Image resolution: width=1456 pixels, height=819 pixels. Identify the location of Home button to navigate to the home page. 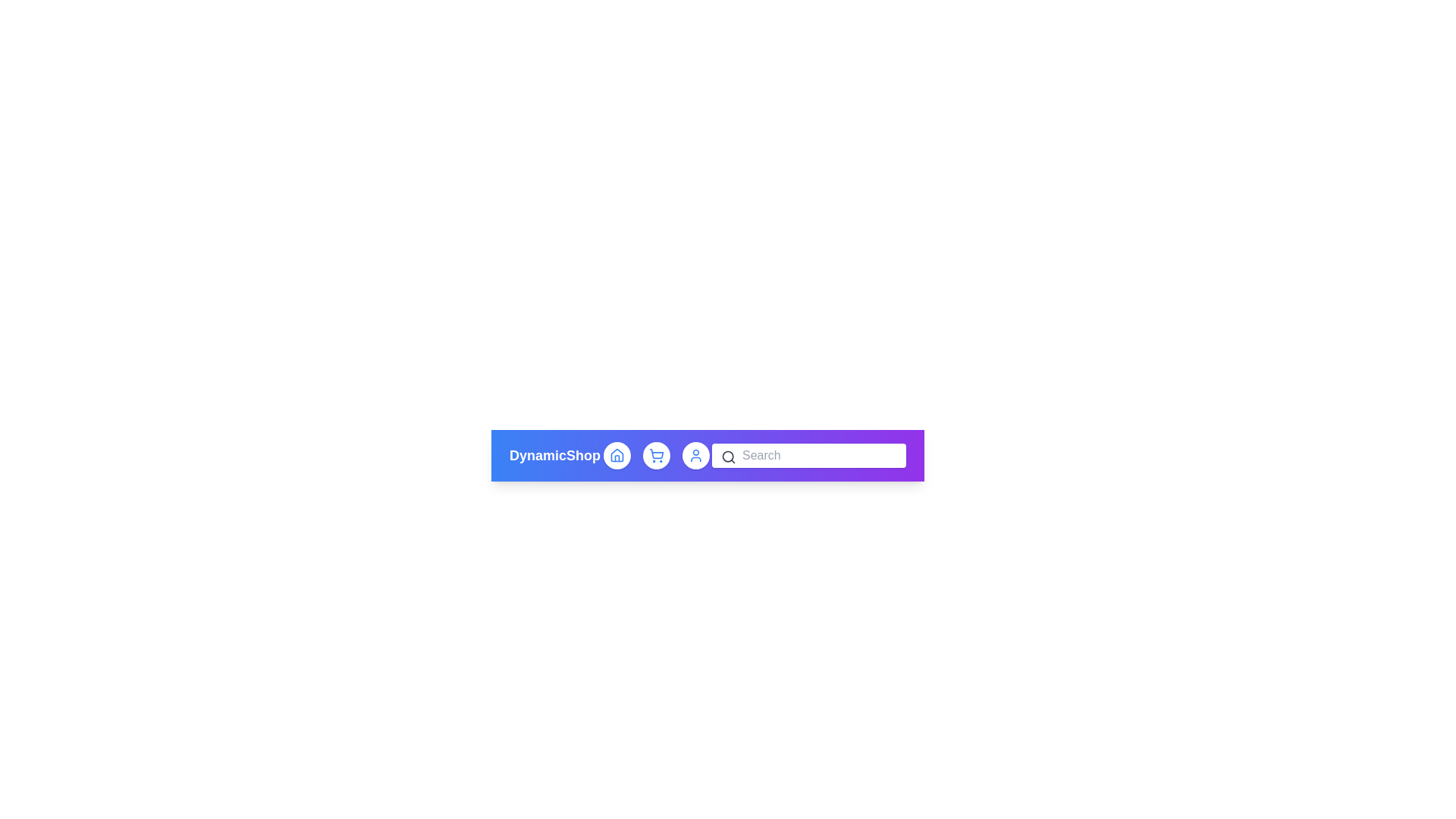
(617, 455).